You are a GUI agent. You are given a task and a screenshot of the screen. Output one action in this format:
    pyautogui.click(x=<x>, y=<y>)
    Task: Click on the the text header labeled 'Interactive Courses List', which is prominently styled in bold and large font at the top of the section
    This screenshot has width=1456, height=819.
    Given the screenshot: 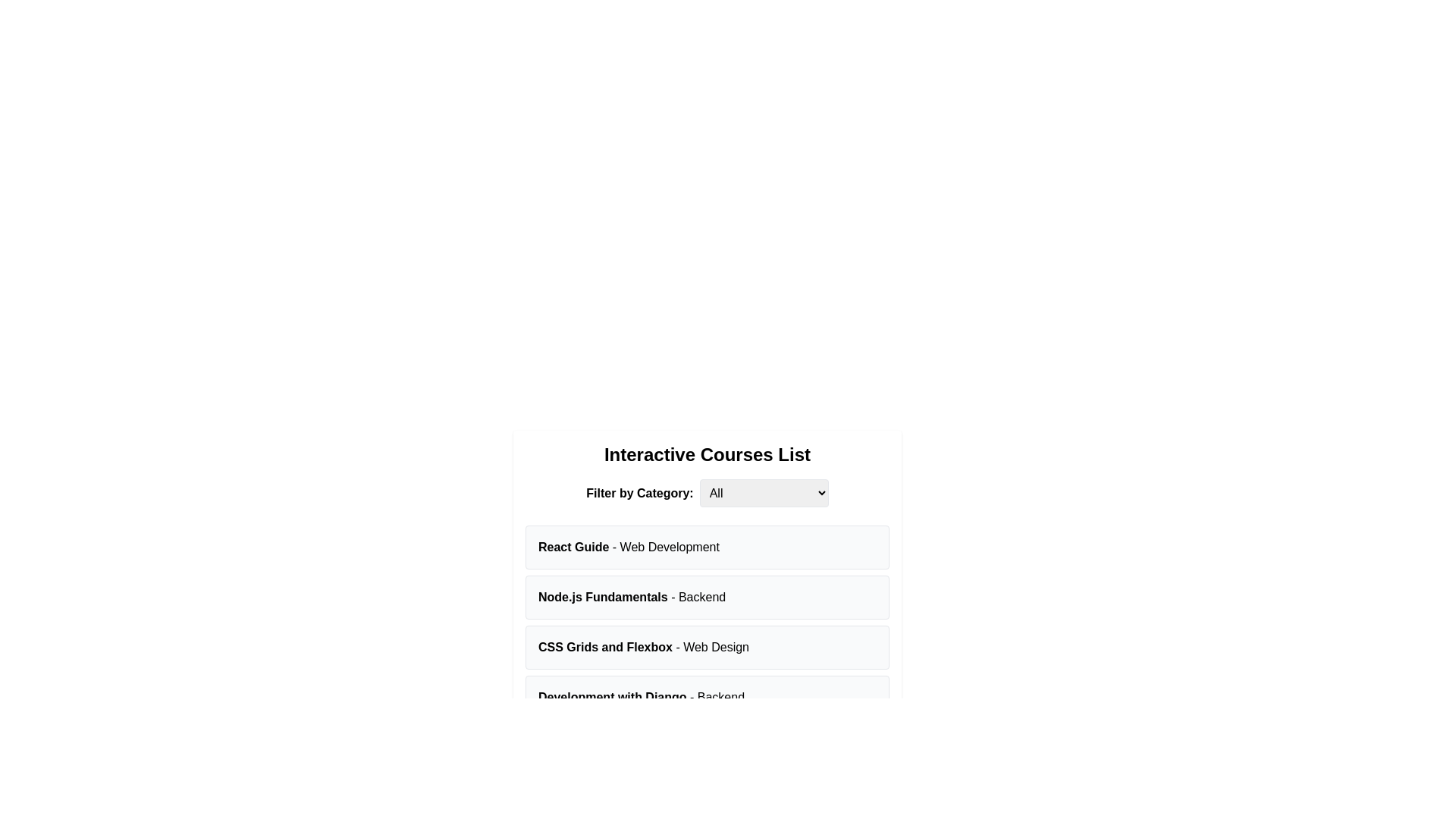 What is the action you would take?
    pyautogui.click(x=706, y=454)
    